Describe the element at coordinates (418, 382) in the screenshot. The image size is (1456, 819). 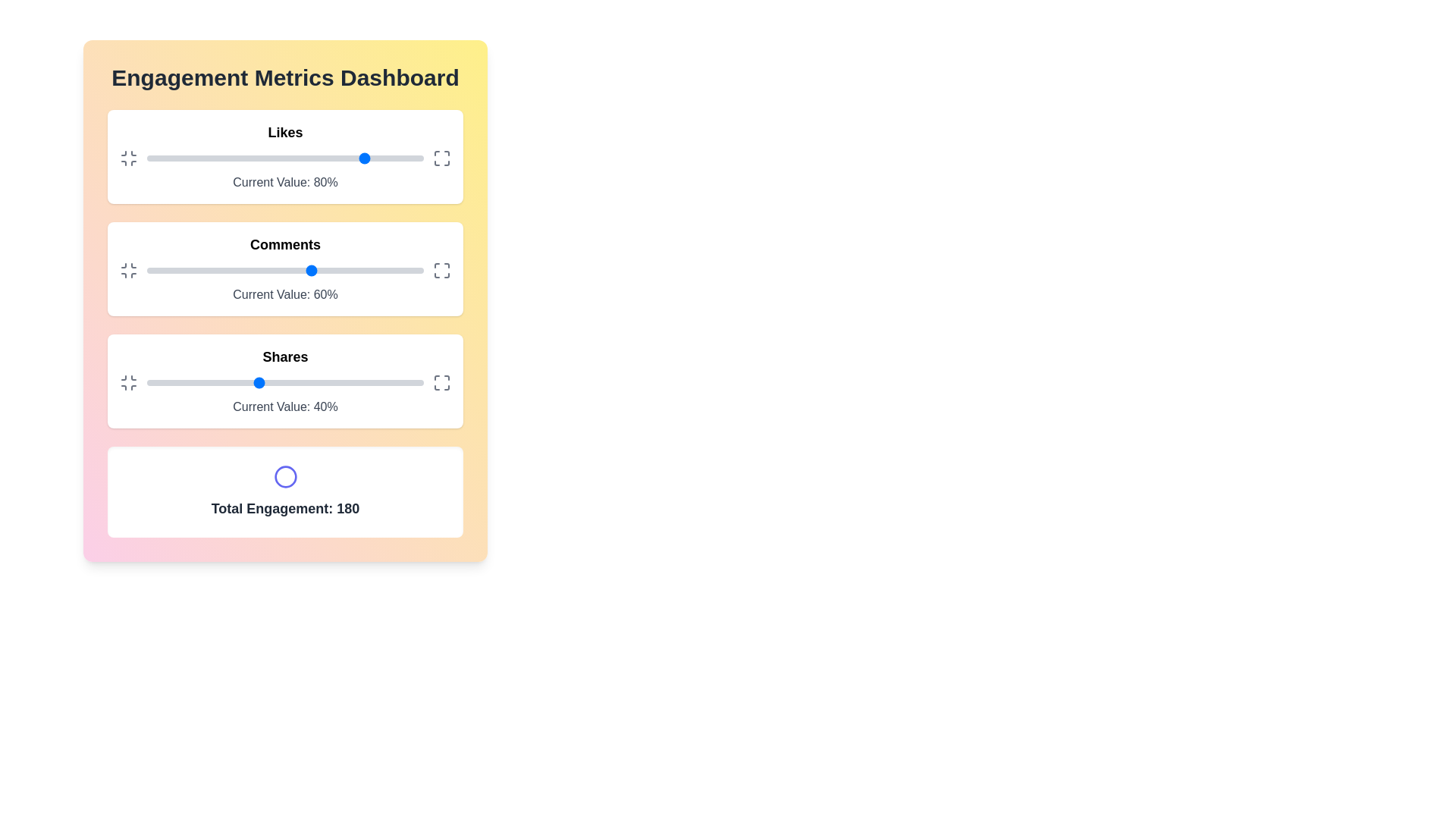
I see `the 'Shares' slider` at that location.